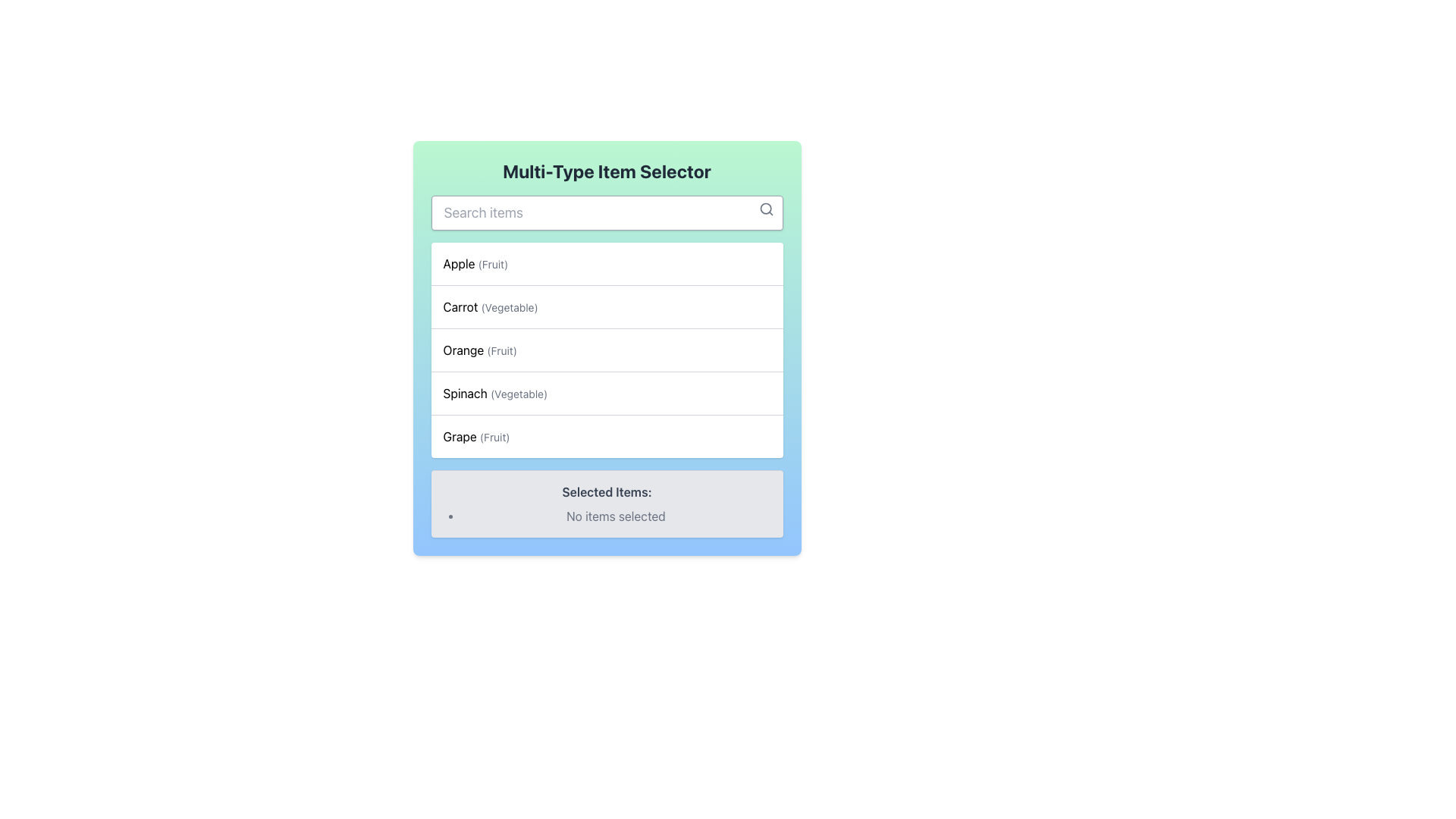 This screenshot has height=819, width=1456. I want to click on the selectable list item labeled 'Apple (Fruit)' within the 'Multi-Type Item Selector', so click(475, 262).